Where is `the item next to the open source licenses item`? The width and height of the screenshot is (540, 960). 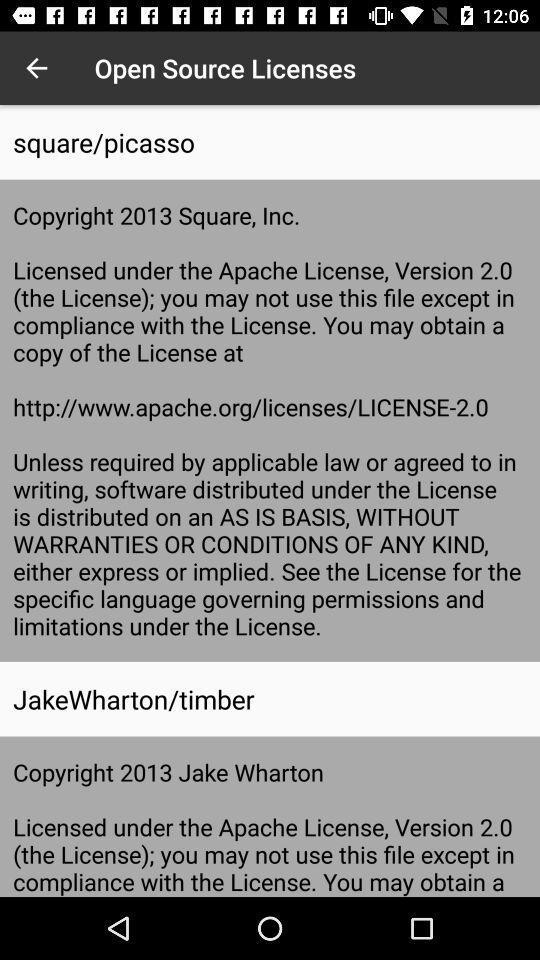 the item next to the open source licenses item is located at coordinates (36, 68).